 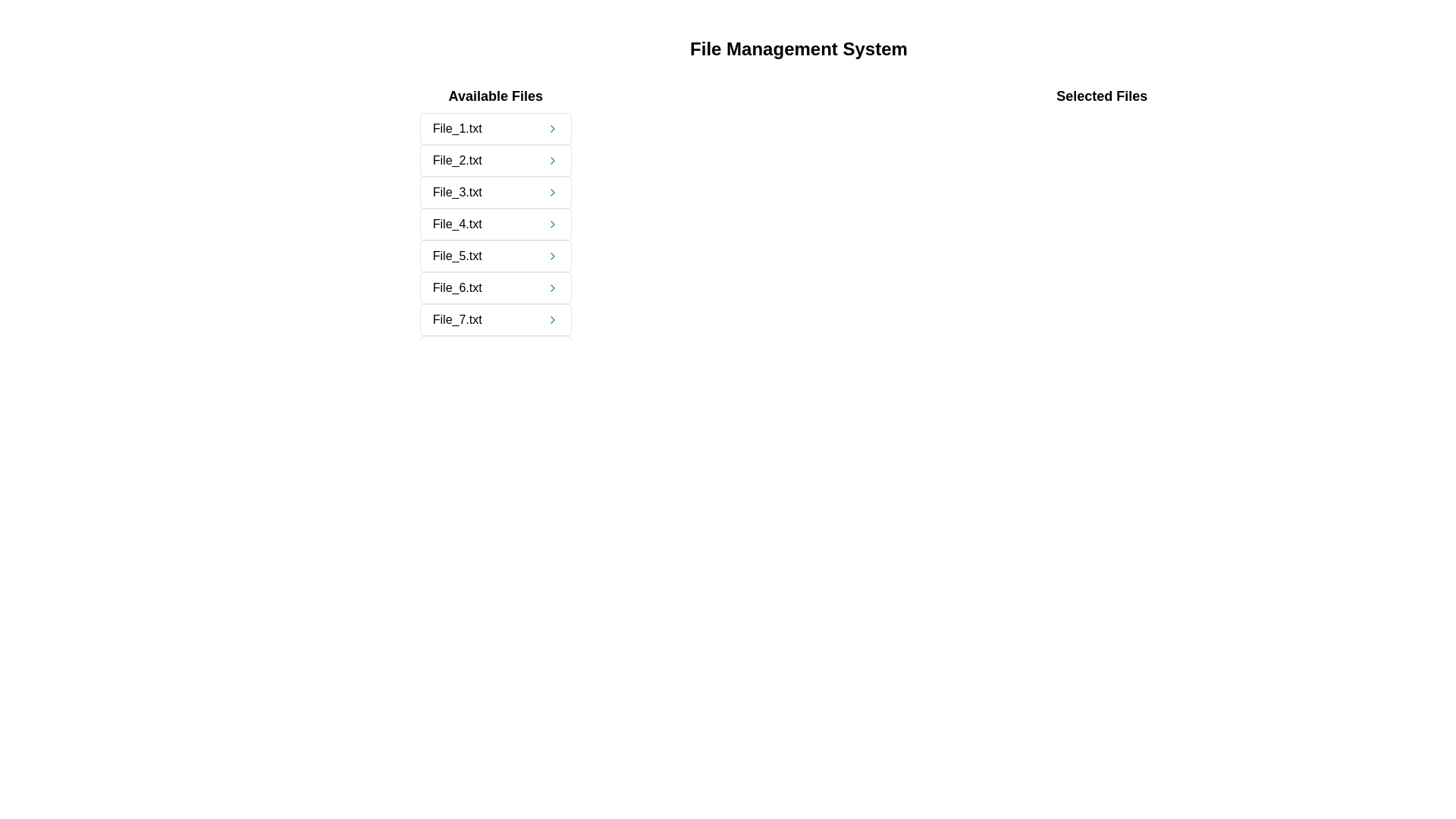 What do you see at coordinates (495, 227) in the screenshot?
I see `to select the fourth file entry 'File_4.txt' in the scrollable list of available files` at bounding box center [495, 227].